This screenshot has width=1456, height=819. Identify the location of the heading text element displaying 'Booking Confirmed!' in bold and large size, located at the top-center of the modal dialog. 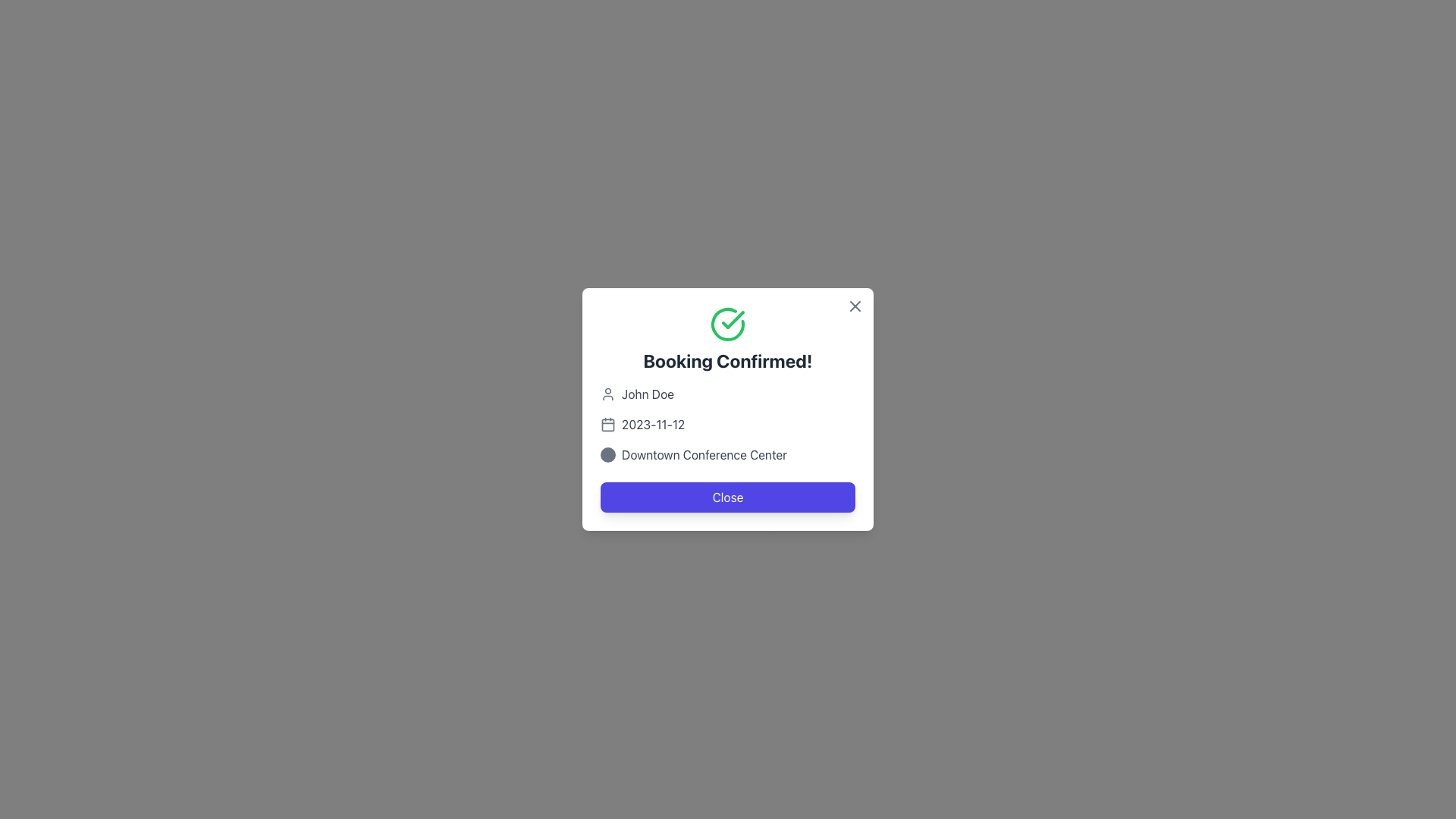
(728, 338).